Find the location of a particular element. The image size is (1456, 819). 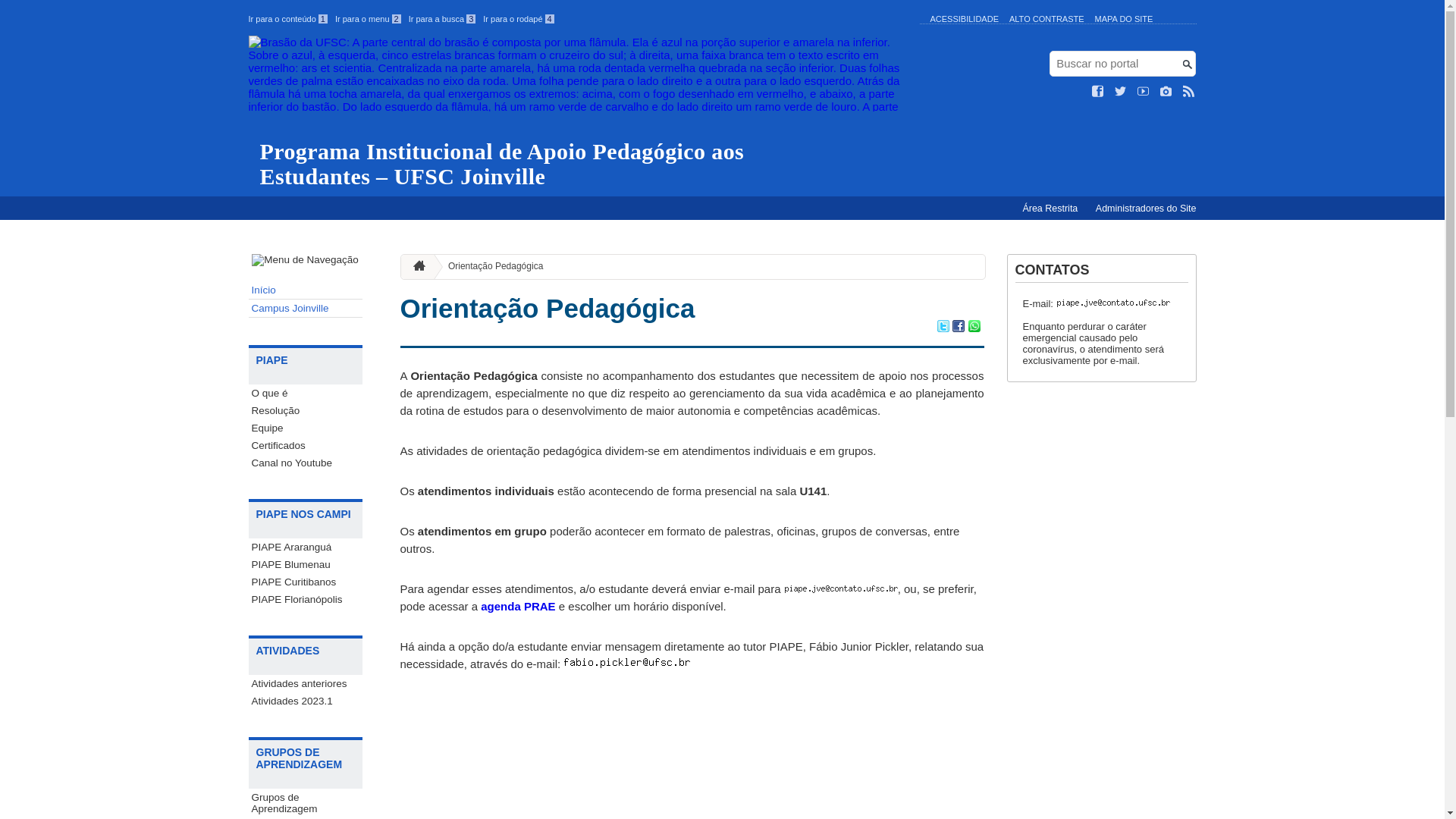

'PIAPE Curitibanos' is located at coordinates (248, 581).